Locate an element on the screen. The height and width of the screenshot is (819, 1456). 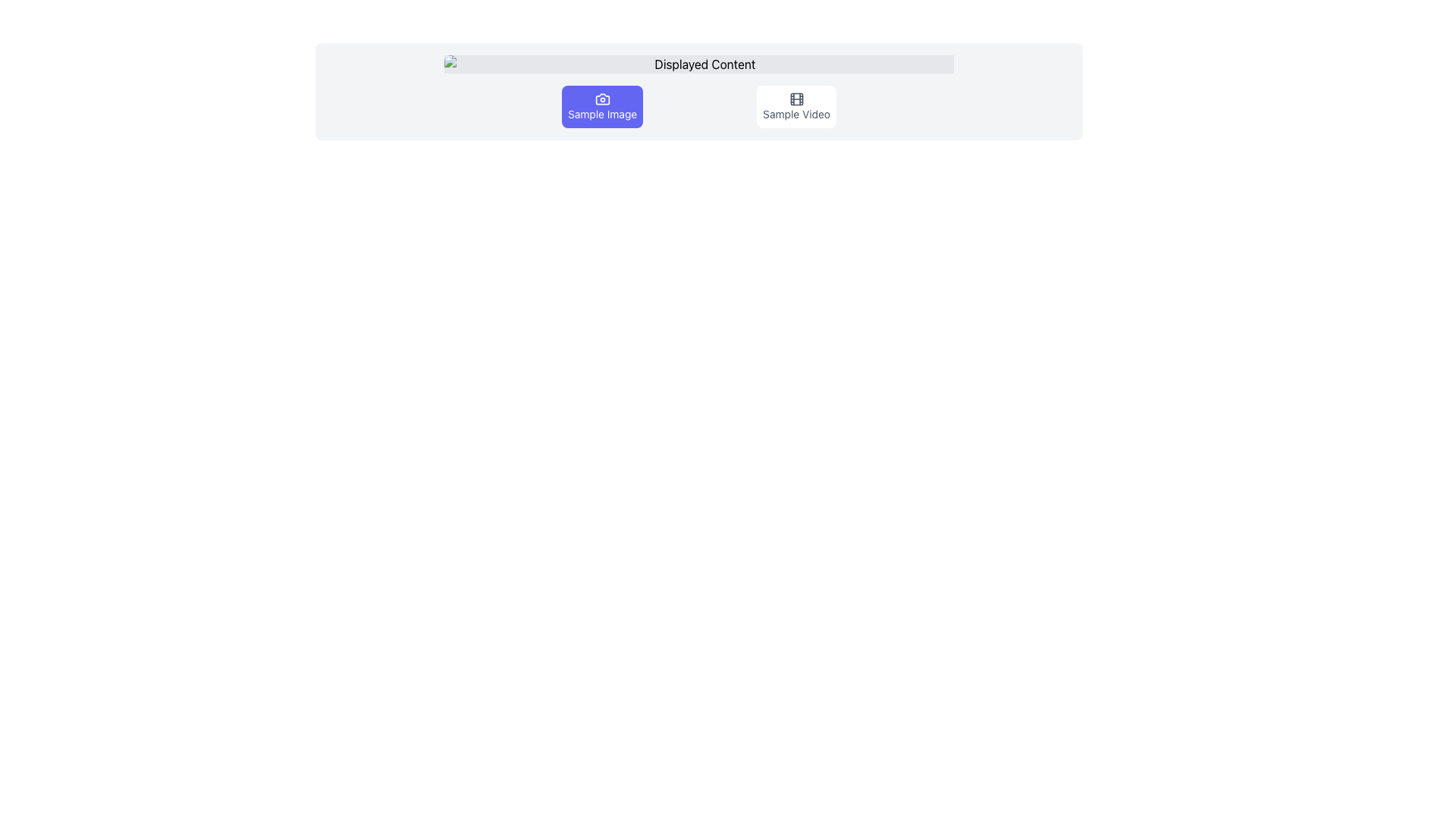
the second button labeled 'Sample Video' which has a white background and gray text, located to the right of the 'Sample Image' button, to activate hover effects is located at coordinates (795, 106).